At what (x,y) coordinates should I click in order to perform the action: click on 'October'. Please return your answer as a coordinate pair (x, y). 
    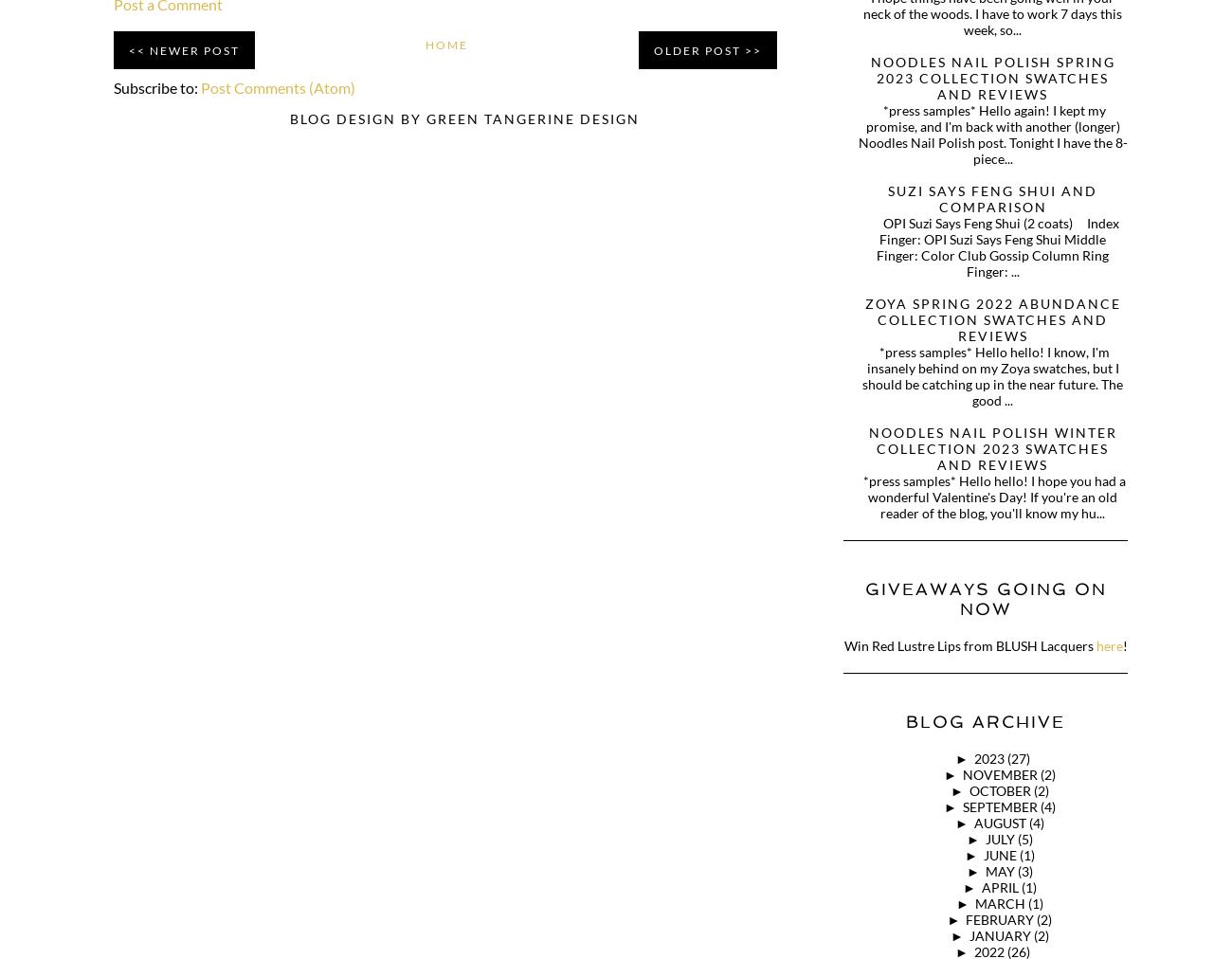
    Looking at the image, I should click on (968, 789).